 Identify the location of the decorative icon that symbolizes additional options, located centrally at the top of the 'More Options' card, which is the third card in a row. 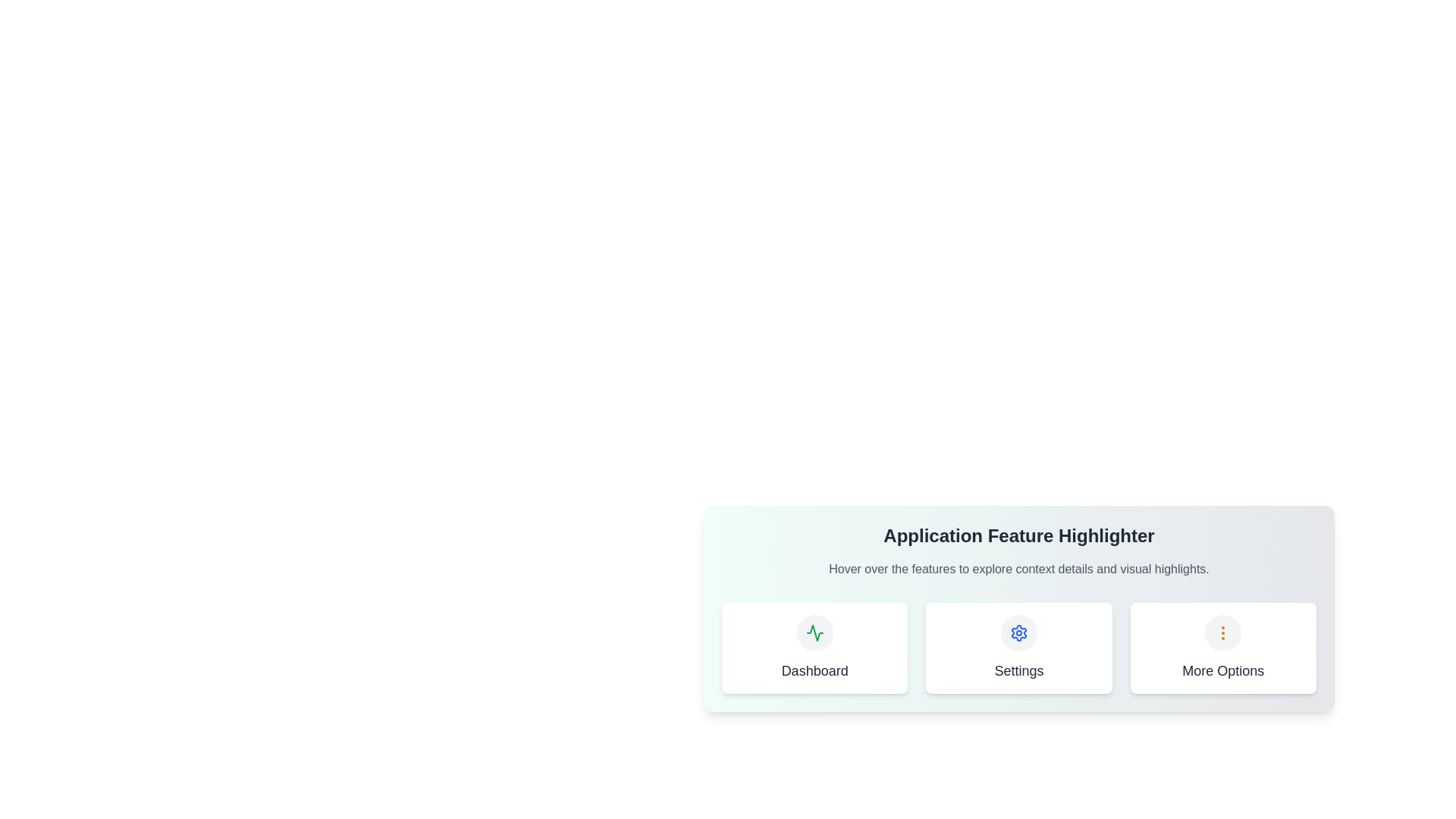
(1223, 632).